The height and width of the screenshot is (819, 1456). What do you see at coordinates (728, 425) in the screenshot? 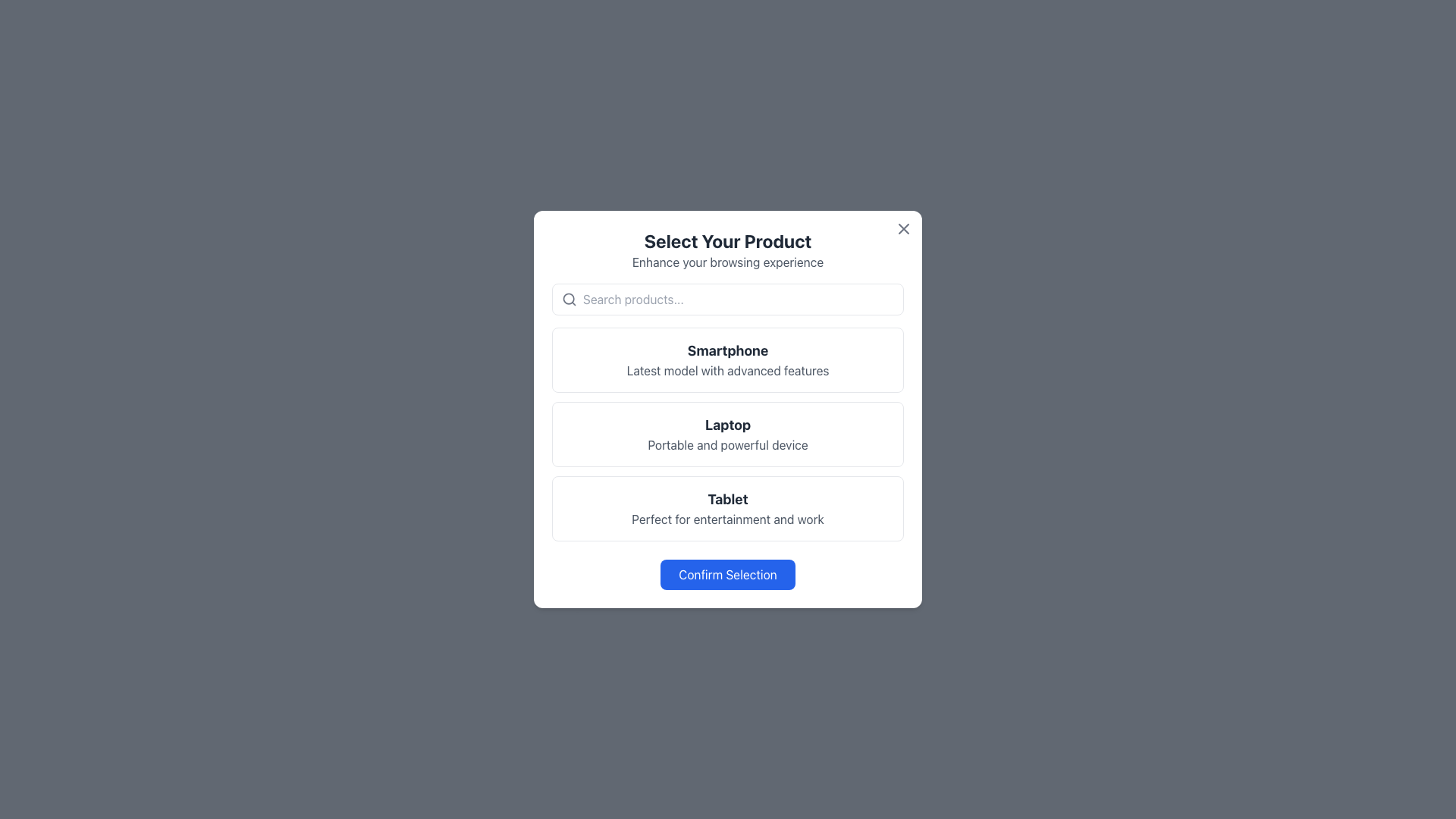
I see `the text label displaying 'Laptop' in bold, dark gray, situated centrally between 'Smartphone' and 'Tablet' within the card layout` at bounding box center [728, 425].